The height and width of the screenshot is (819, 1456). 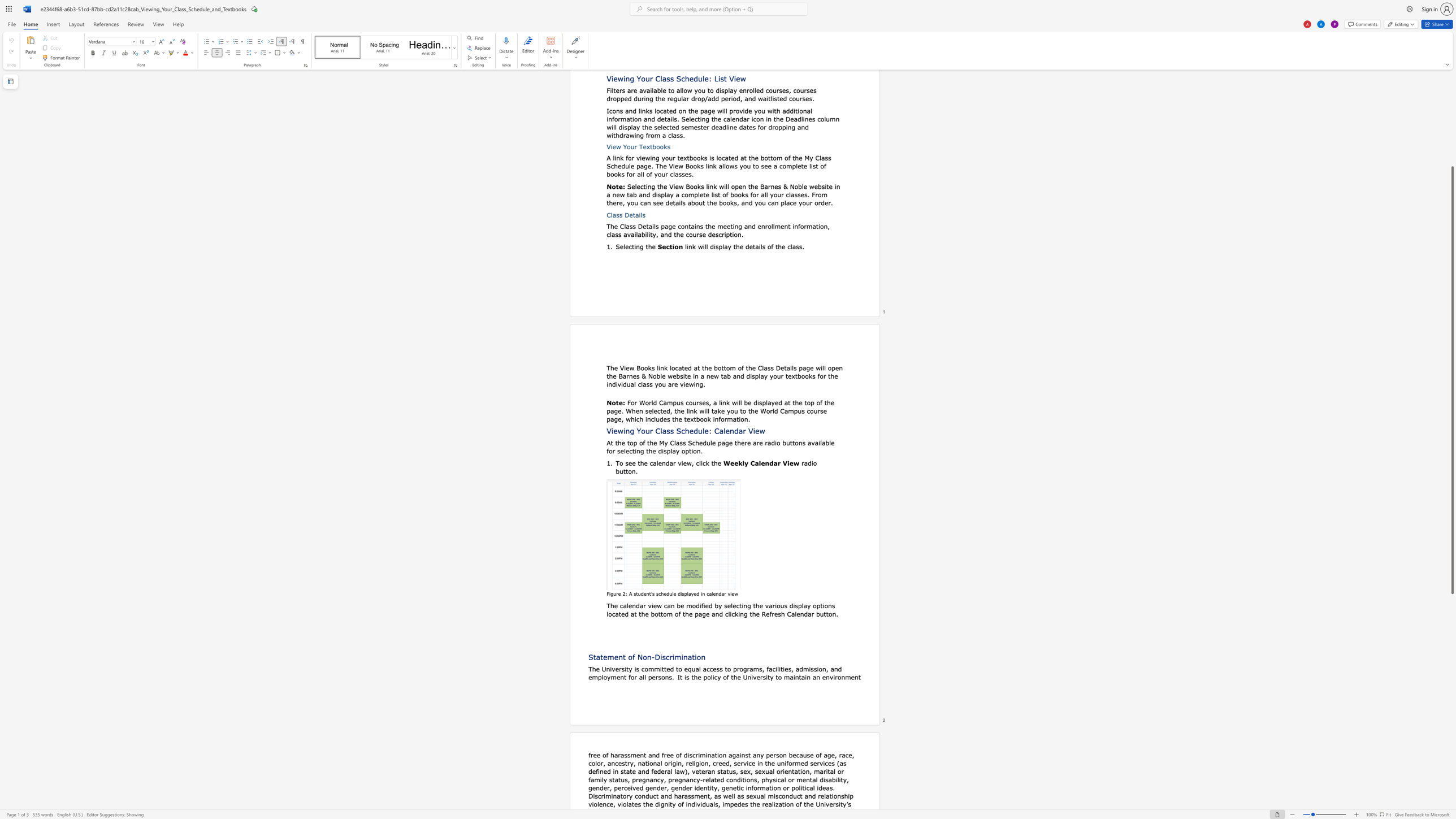 What do you see at coordinates (1451, 87) in the screenshot?
I see `the vertical scrollbar to raise the page content` at bounding box center [1451, 87].